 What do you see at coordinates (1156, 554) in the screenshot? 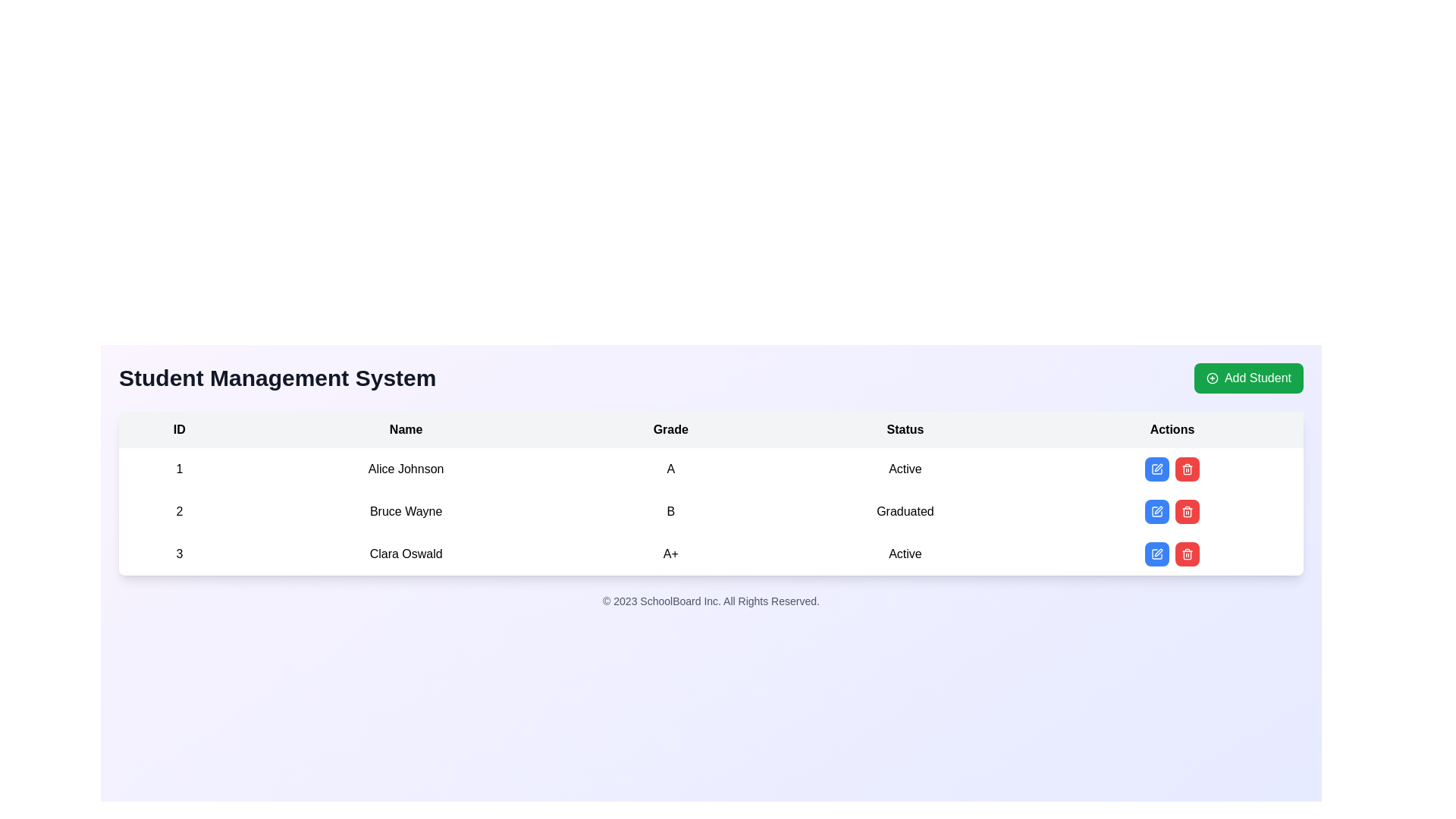
I see `the blue circular button with a white pen icon in the 'Actions' column for Clara Oswald` at bounding box center [1156, 554].